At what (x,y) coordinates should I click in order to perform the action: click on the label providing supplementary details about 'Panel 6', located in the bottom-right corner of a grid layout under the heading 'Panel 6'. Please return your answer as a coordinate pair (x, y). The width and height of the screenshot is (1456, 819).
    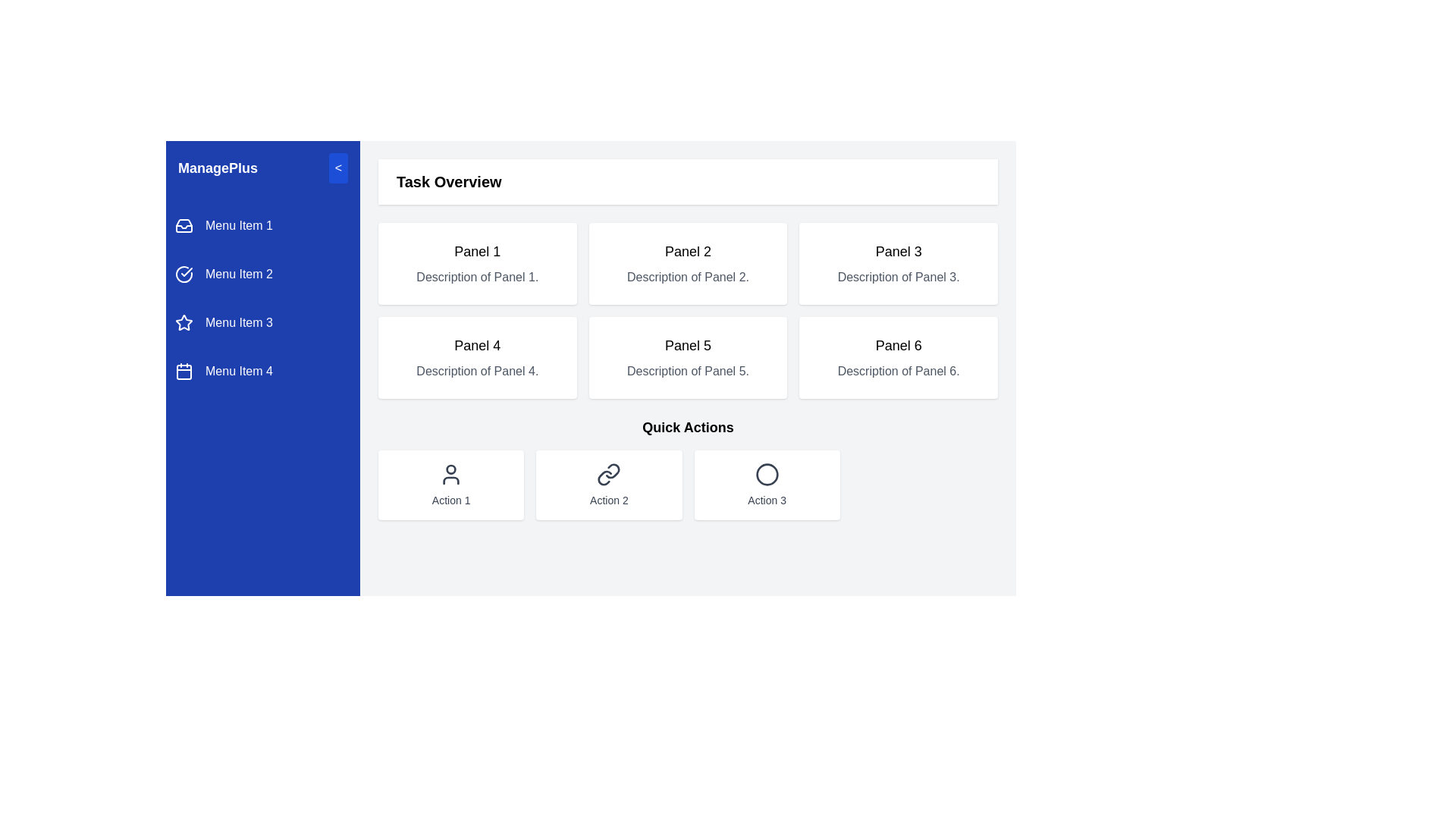
    Looking at the image, I should click on (899, 371).